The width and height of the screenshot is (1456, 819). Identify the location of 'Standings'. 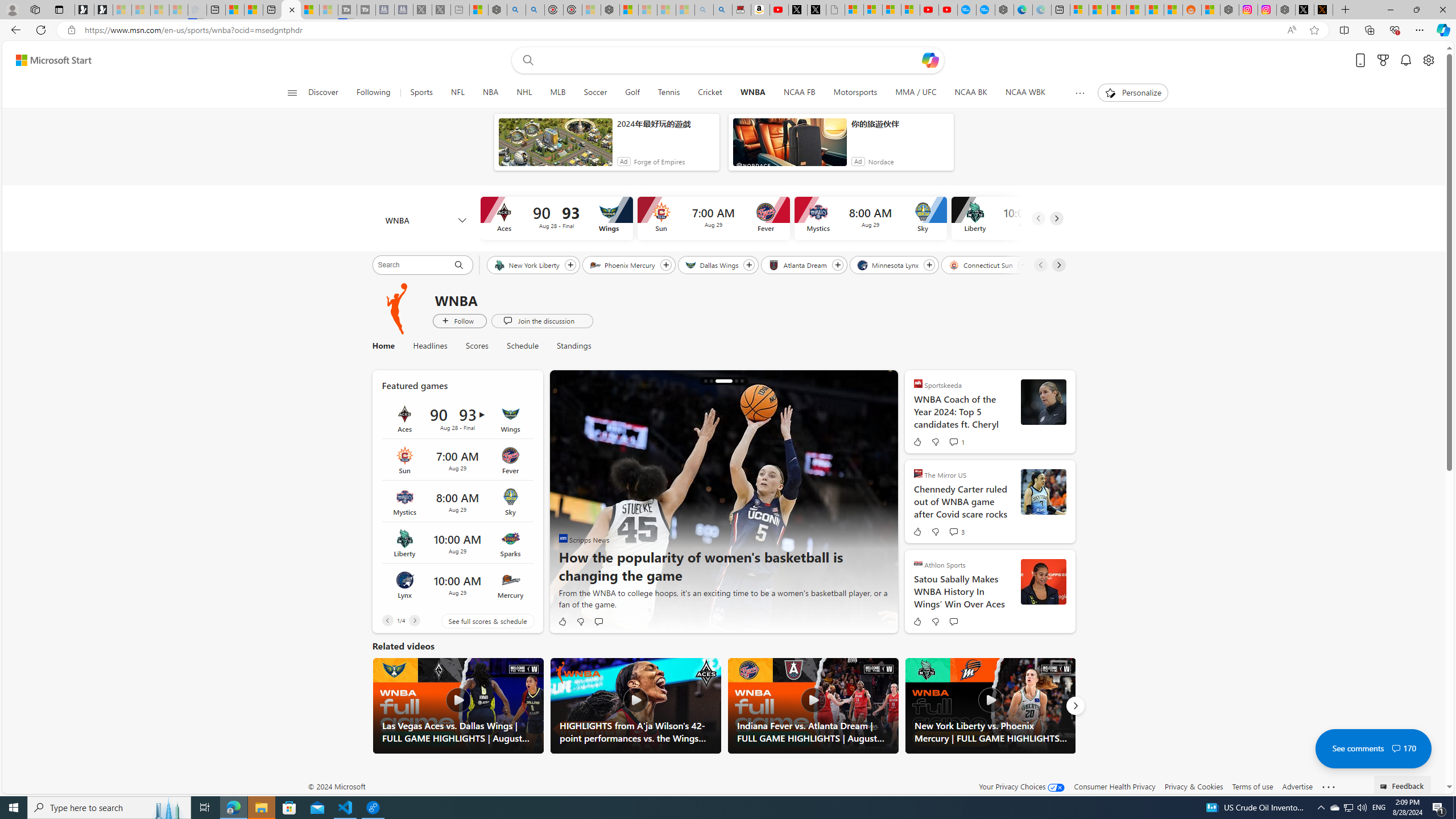
(568, 346).